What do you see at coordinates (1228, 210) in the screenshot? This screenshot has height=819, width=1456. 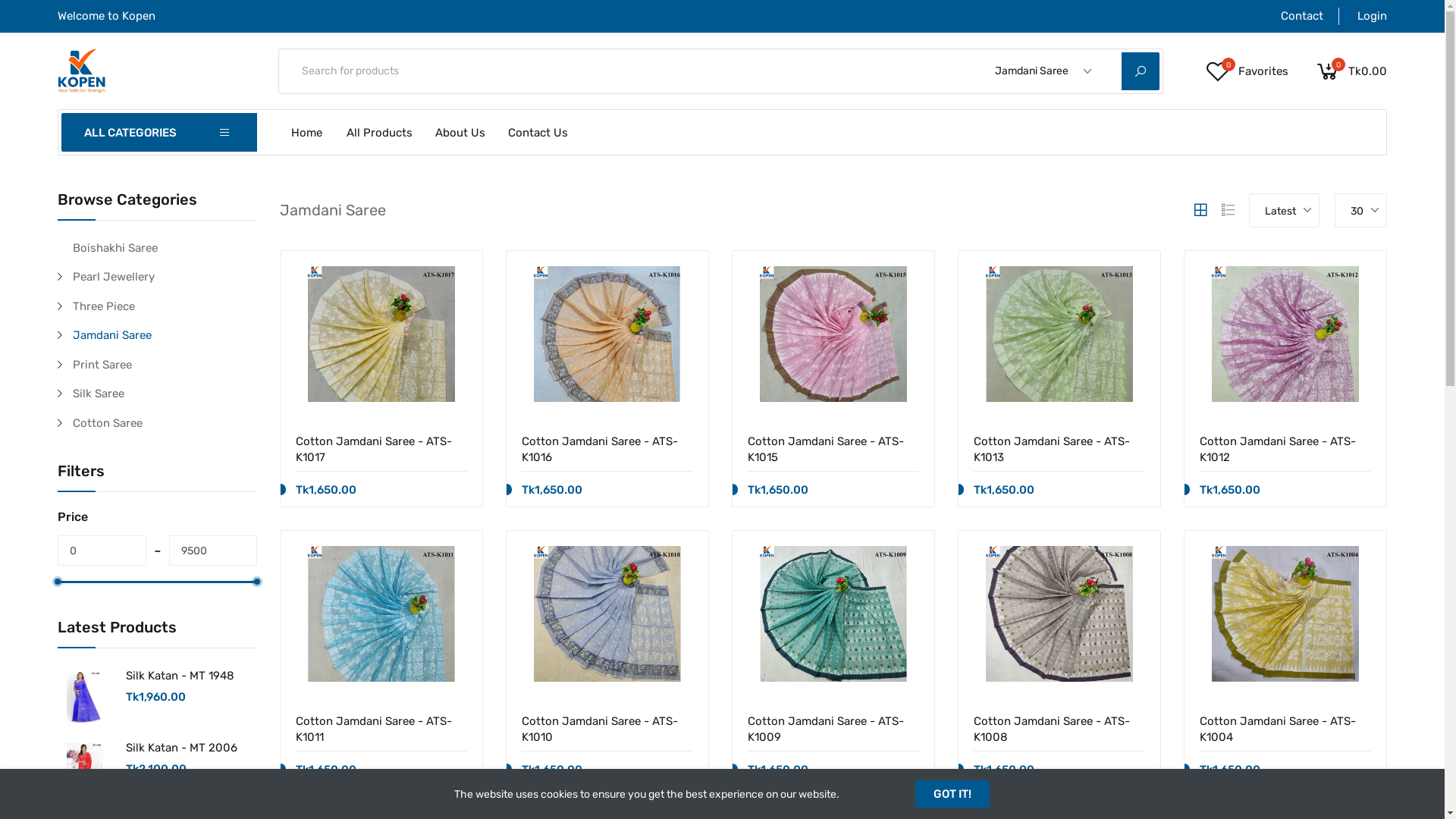 I see `'List View'` at bounding box center [1228, 210].